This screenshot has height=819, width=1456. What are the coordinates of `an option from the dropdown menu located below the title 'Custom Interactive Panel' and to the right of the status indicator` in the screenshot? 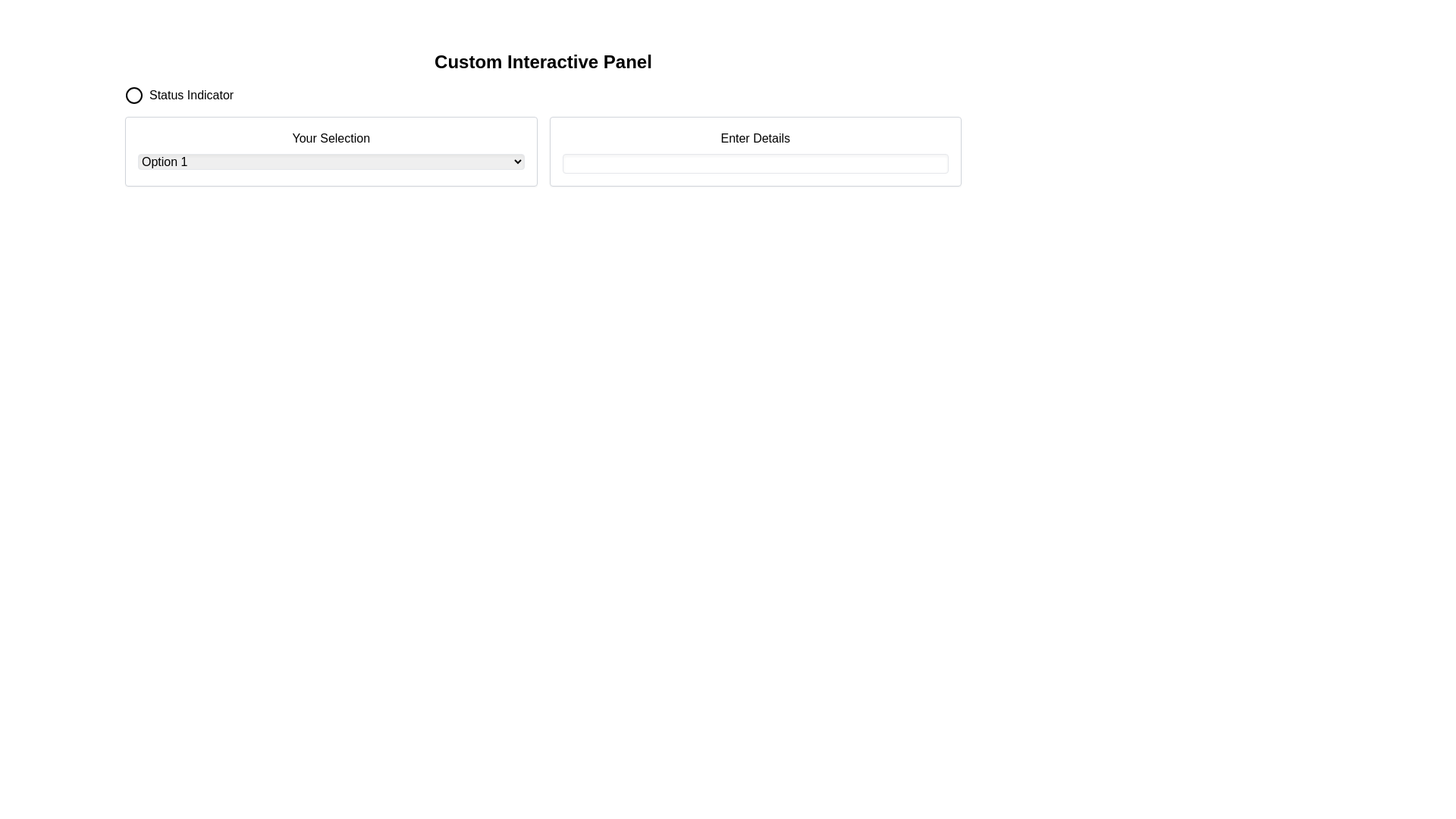 It's located at (330, 152).